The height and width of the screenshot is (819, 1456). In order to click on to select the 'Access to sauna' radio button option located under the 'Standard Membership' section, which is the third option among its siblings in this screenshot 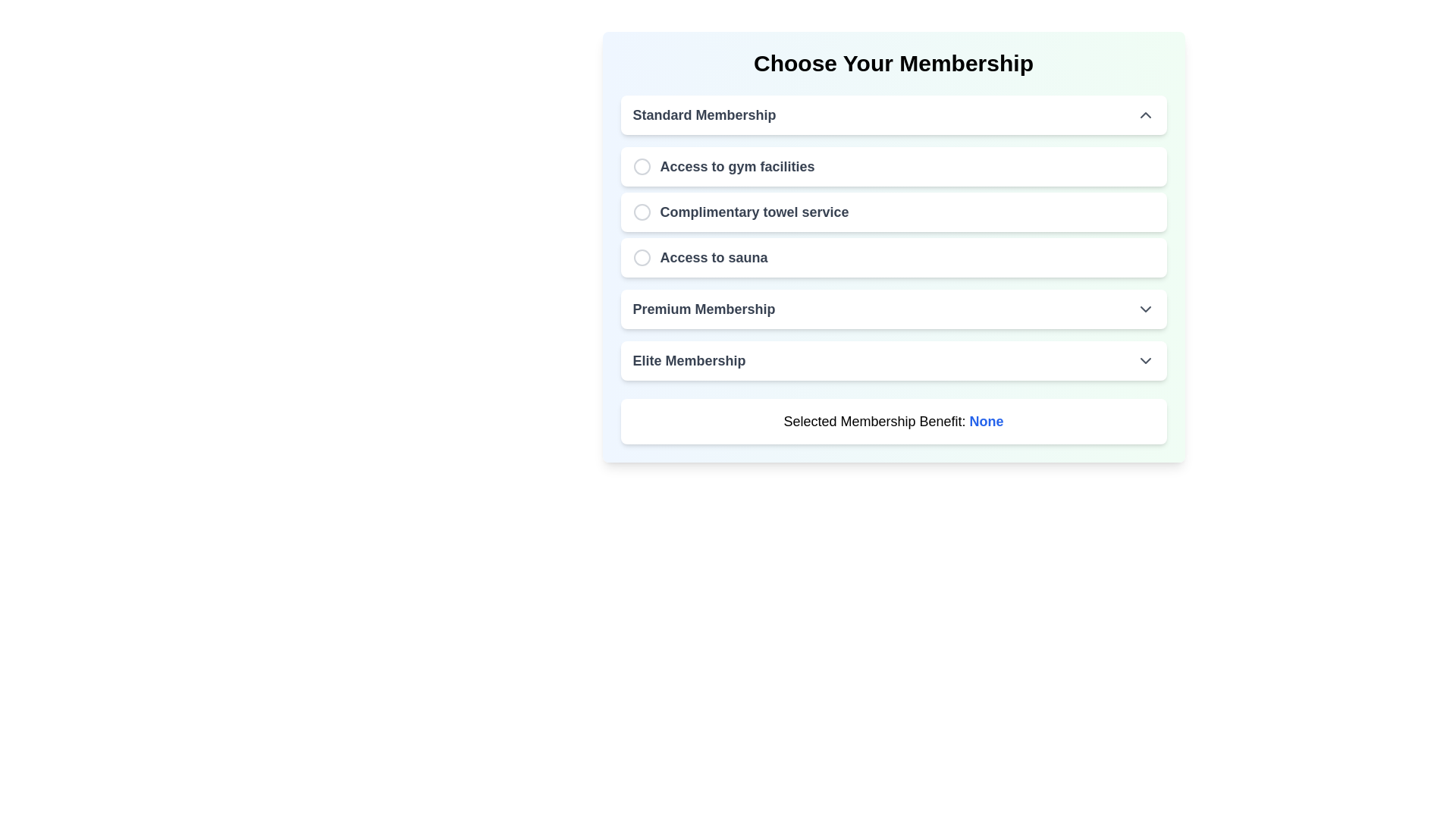, I will do `click(893, 256)`.